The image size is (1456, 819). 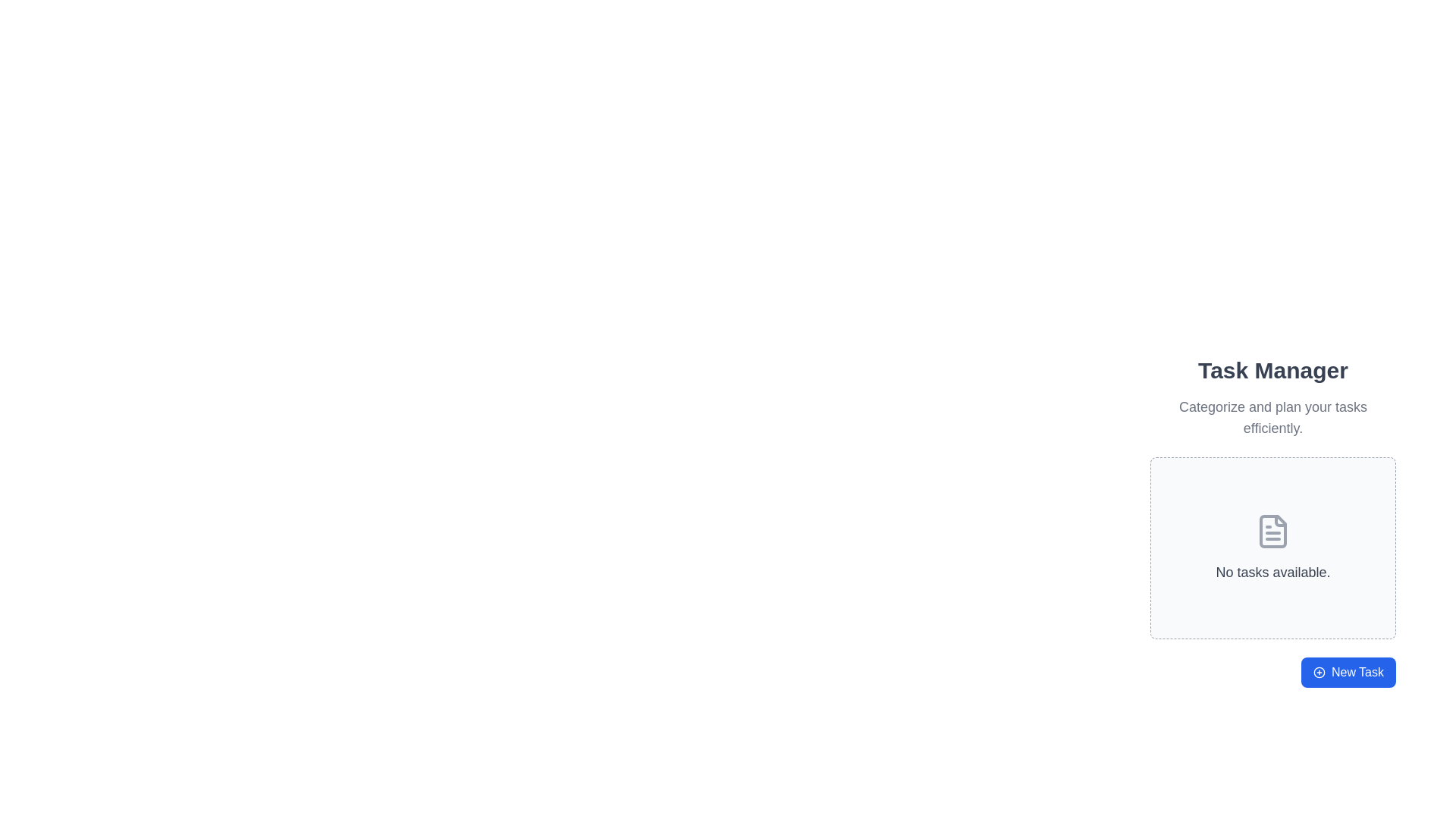 What do you see at coordinates (1273, 531) in the screenshot?
I see `the Decorative icon that visually represents the absence of tasks in the system, located within the bordered area labeled 'No tasks available.'` at bounding box center [1273, 531].